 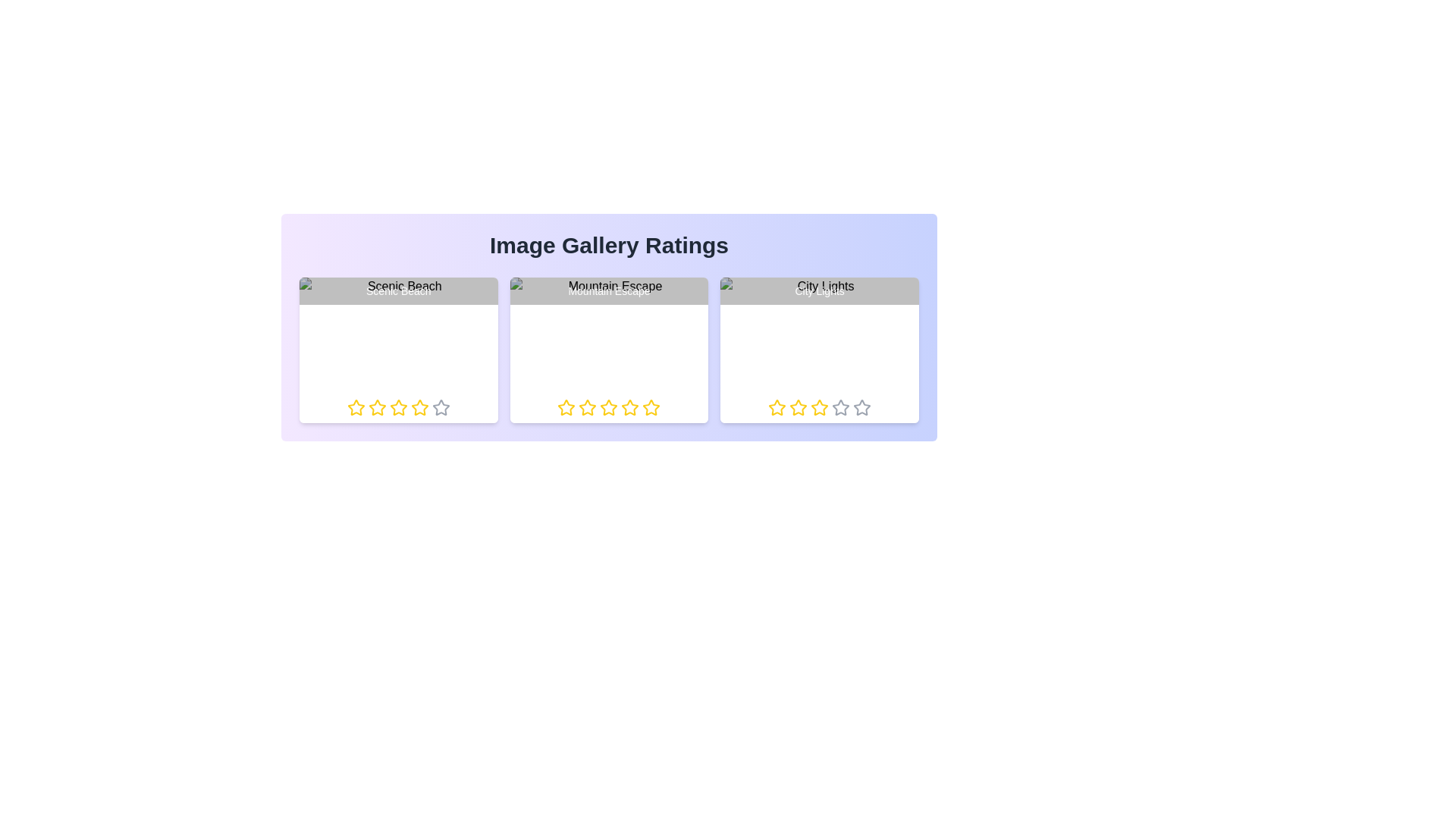 What do you see at coordinates (789, 406) in the screenshot?
I see `the rating for the image titled 'City Lights' to 2 stars` at bounding box center [789, 406].